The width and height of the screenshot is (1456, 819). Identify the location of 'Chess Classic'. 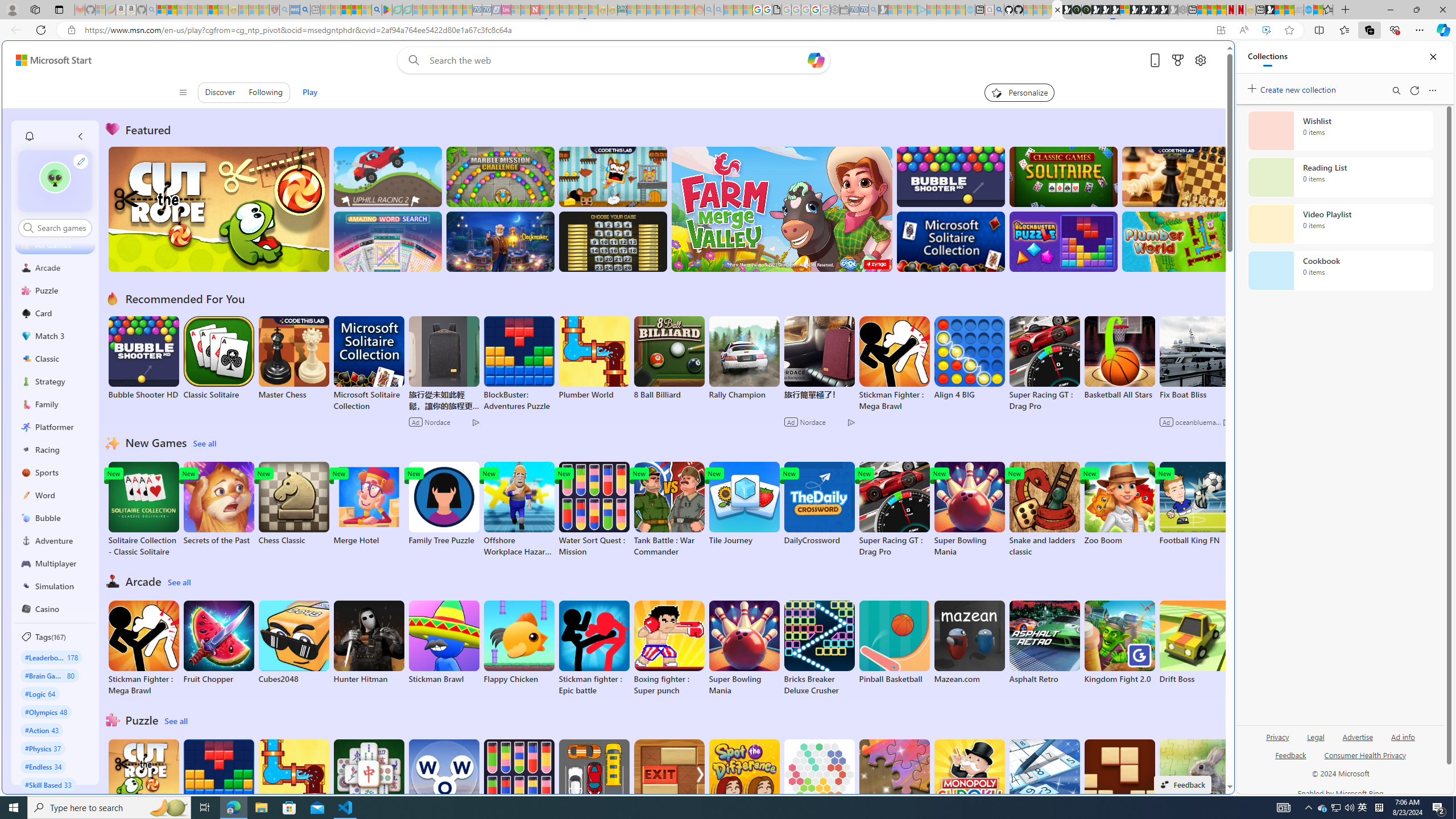
(292, 503).